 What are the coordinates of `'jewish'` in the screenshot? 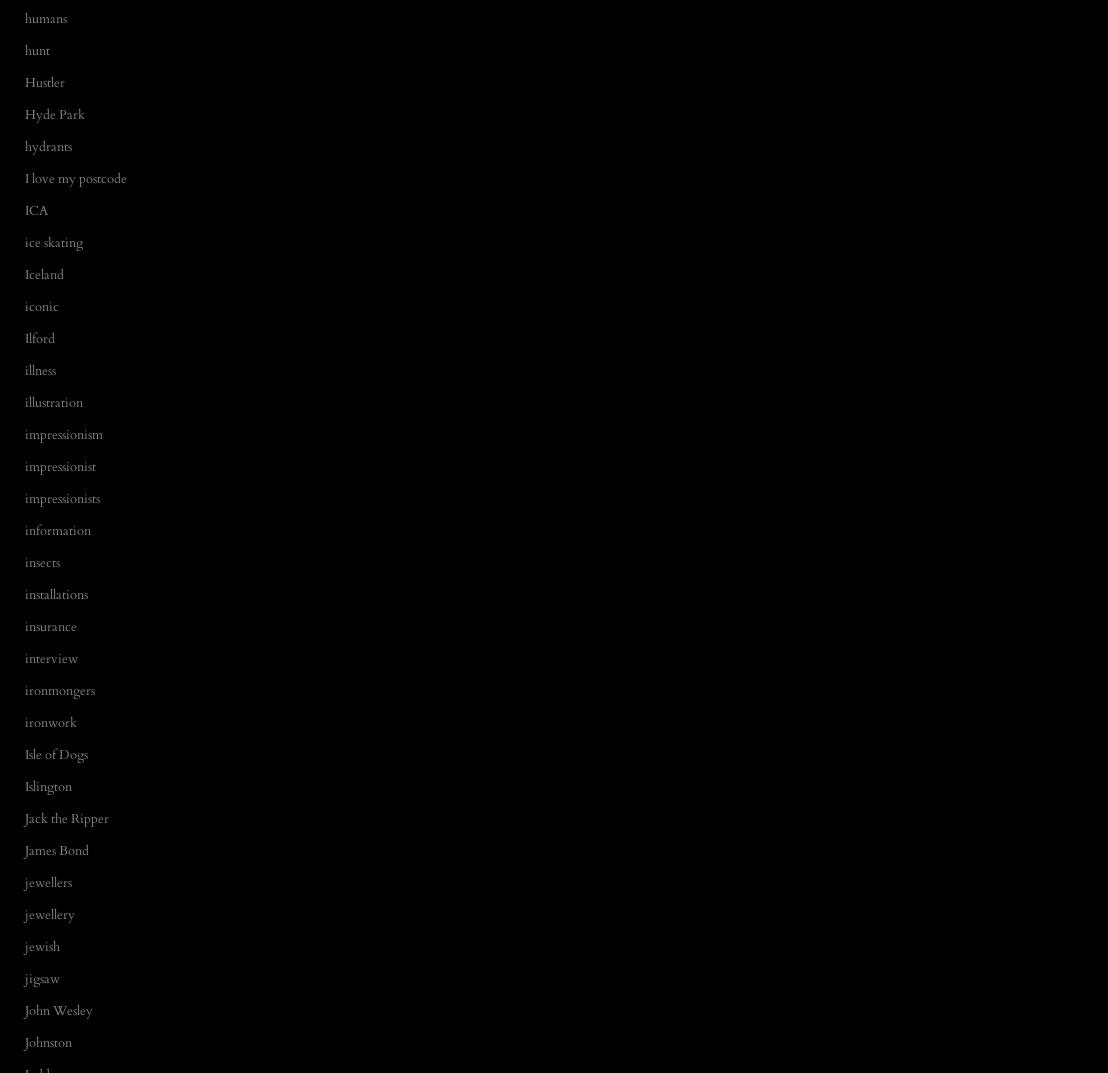 It's located at (42, 945).